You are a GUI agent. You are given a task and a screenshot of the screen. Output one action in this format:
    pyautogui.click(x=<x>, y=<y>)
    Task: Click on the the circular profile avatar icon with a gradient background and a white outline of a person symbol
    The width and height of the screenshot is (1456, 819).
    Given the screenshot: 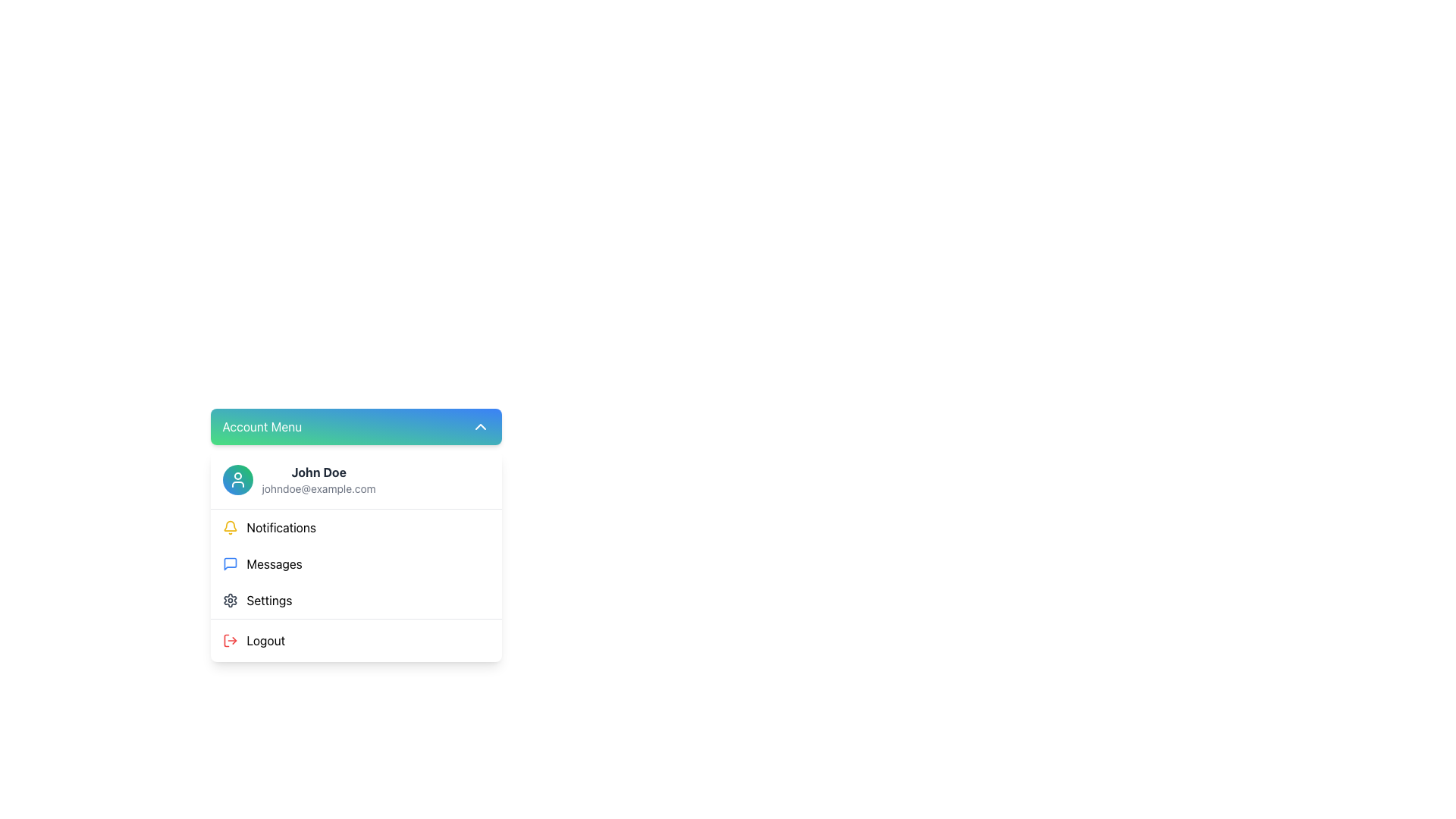 What is the action you would take?
    pyautogui.click(x=237, y=479)
    